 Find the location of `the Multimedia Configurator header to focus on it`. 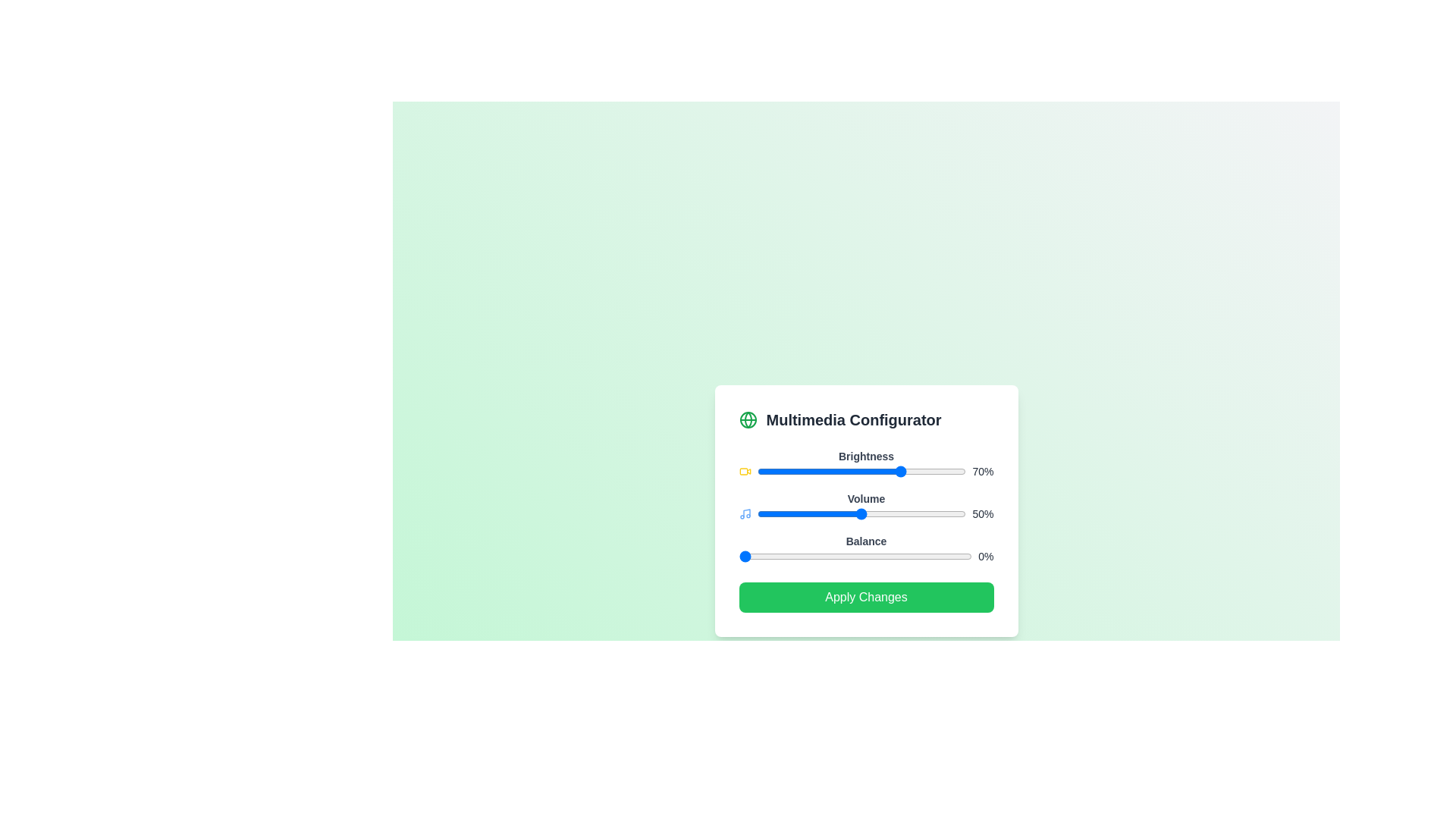

the Multimedia Configurator header to focus on it is located at coordinates (866, 420).